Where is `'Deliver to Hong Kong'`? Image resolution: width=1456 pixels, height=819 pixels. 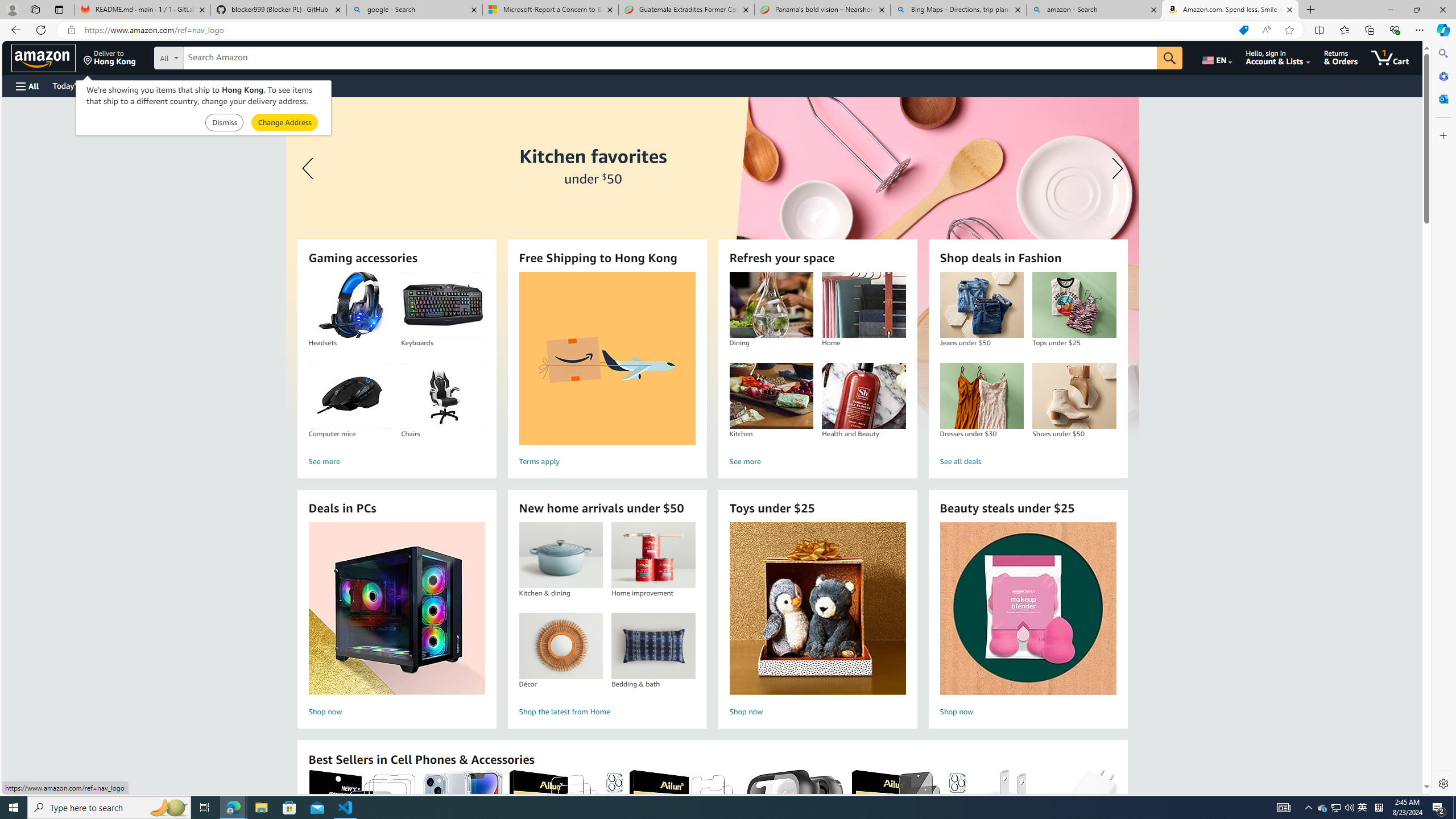 'Deliver to Hong Kong' is located at coordinates (109, 57).